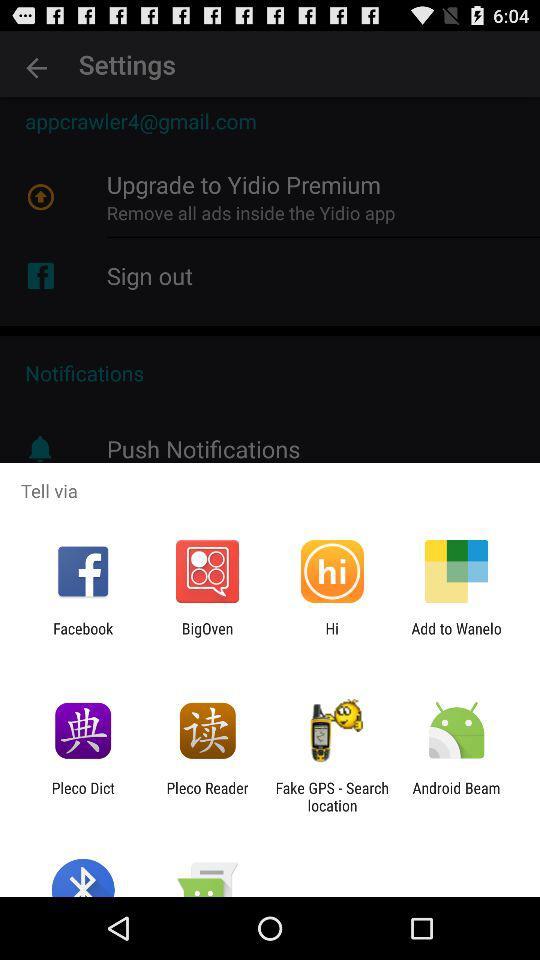 The width and height of the screenshot is (540, 960). I want to click on the fake gps search app, so click(332, 796).